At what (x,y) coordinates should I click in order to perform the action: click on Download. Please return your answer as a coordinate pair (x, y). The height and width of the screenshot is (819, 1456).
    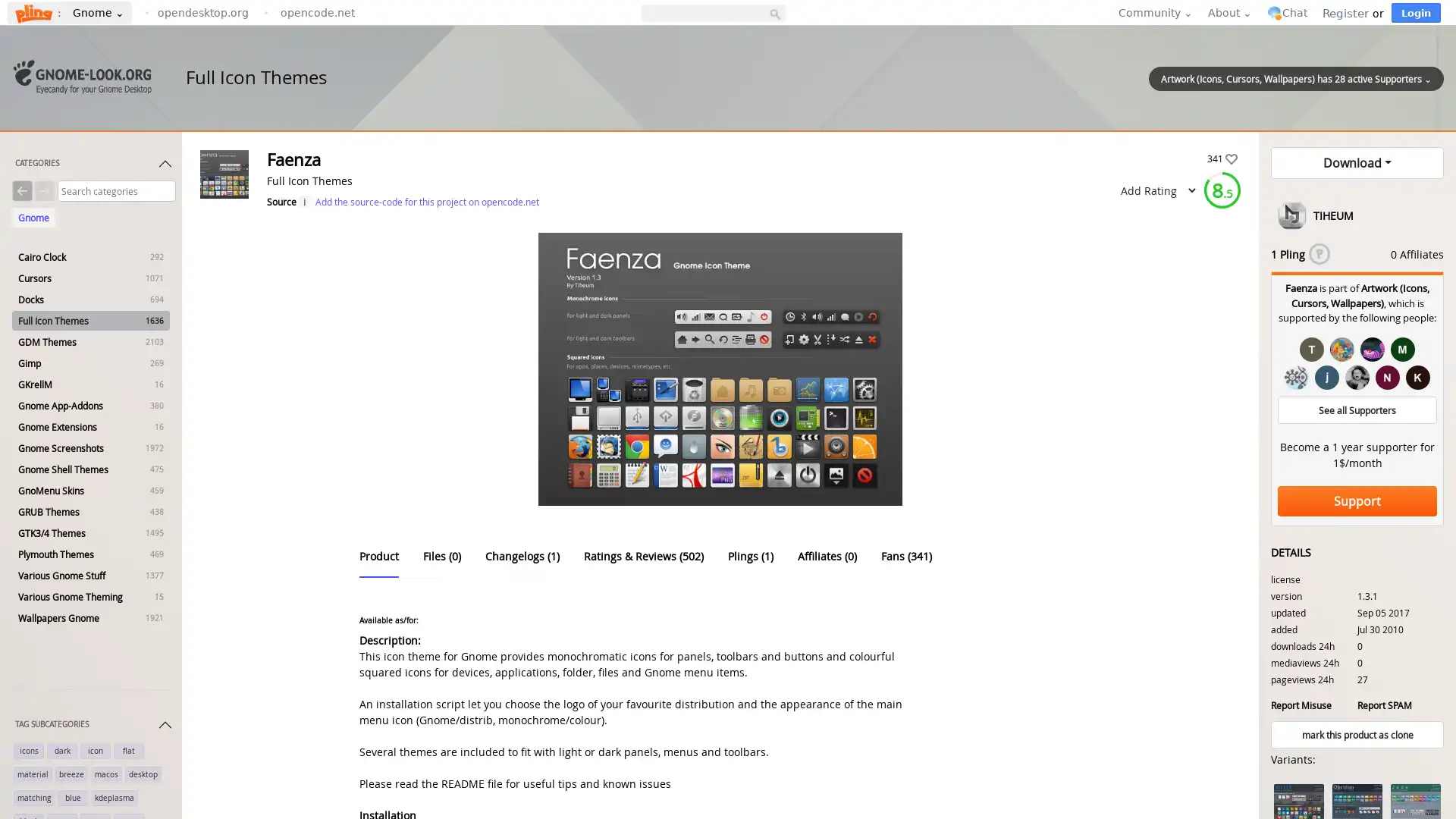
    Looking at the image, I should click on (1357, 163).